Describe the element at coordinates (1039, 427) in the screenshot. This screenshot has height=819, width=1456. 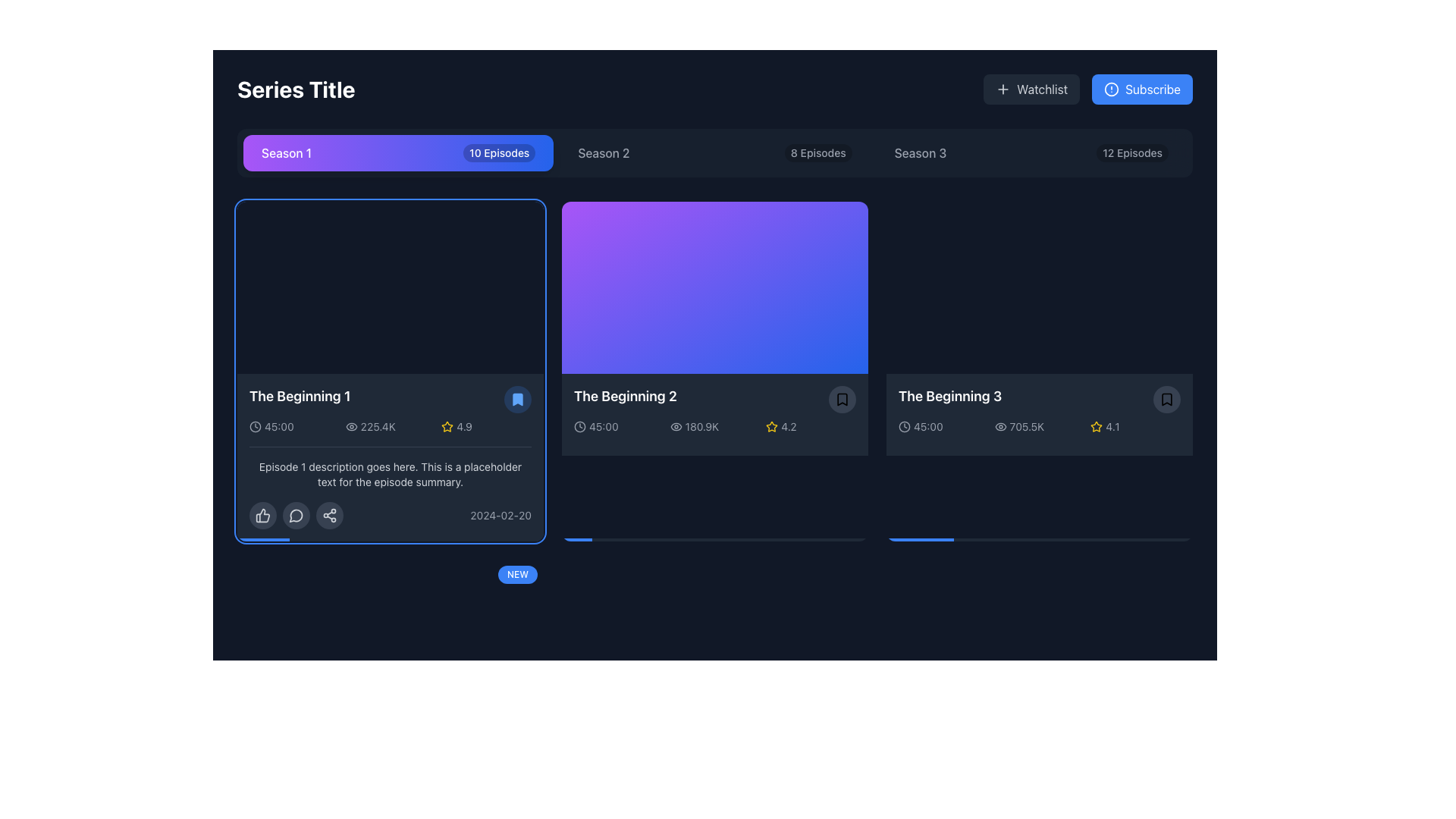
I see `the text label indicating the number of views for the episode titled 'The Beginning 3', which is located between the clock icon and the rating star icon` at that location.